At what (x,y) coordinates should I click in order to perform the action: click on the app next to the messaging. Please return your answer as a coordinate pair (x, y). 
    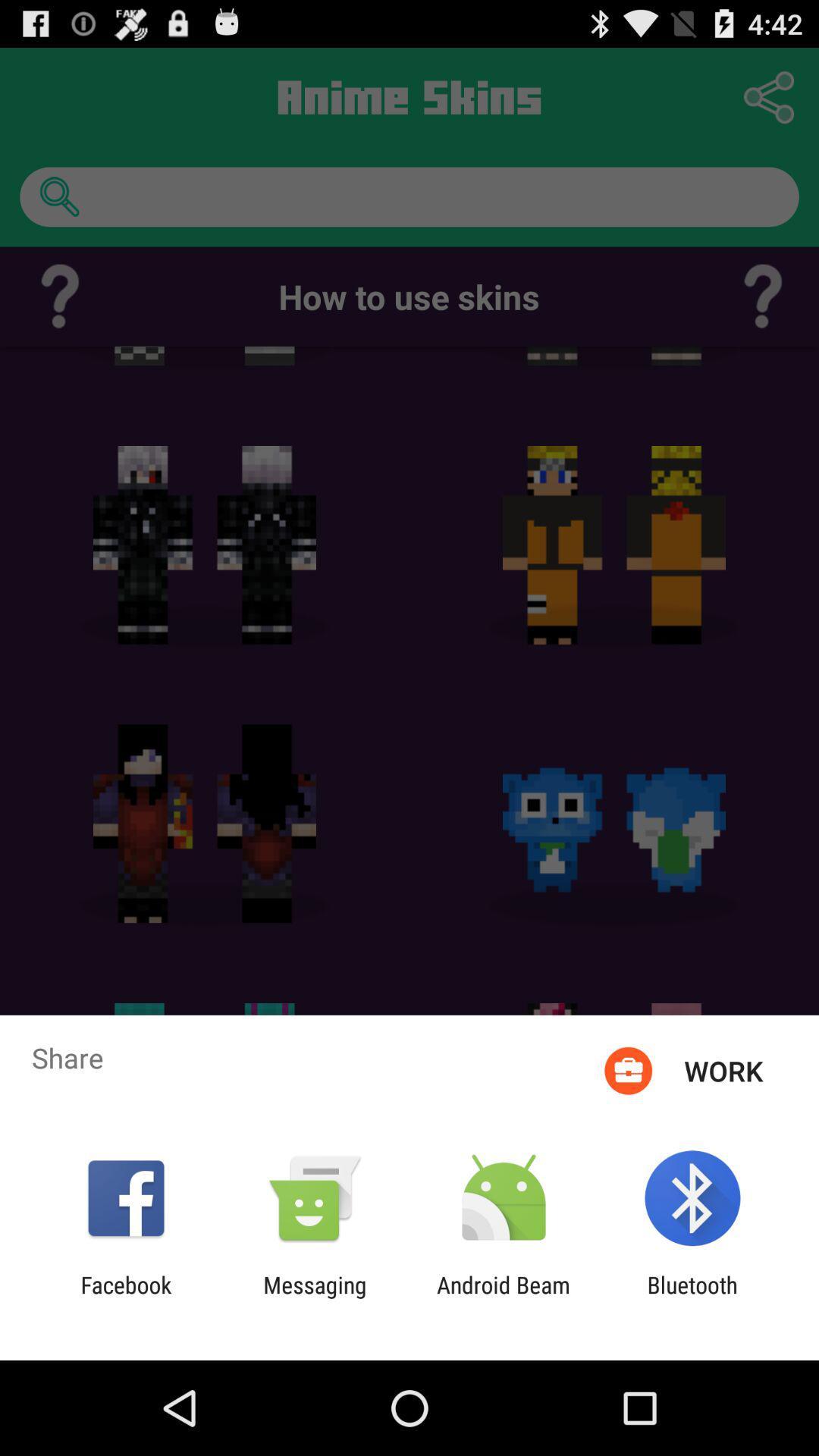
    Looking at the image, I should click on (125, 1298).